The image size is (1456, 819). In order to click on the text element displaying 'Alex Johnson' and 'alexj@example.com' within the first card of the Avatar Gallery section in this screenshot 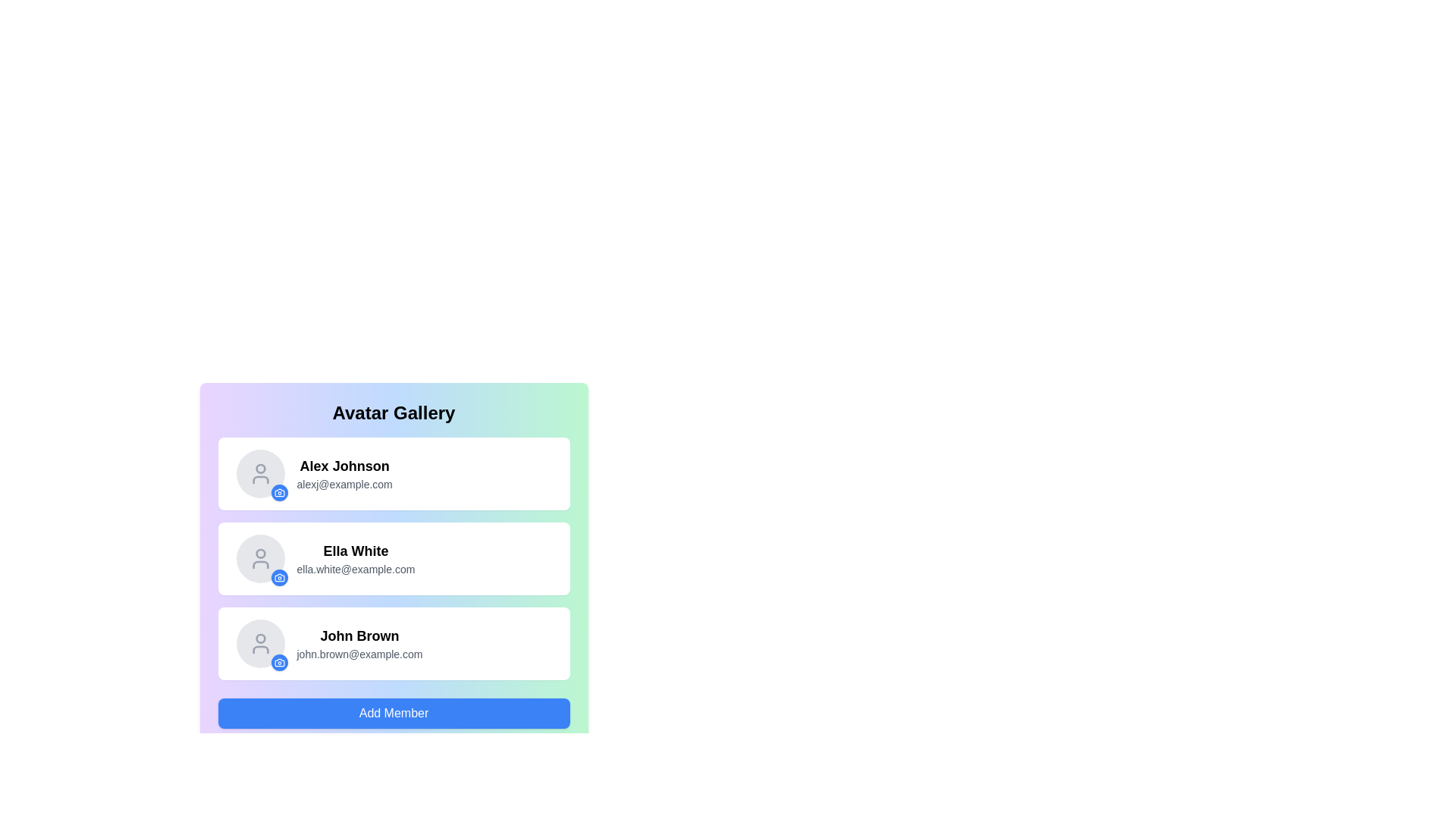, I will do `click(344, 472)`.